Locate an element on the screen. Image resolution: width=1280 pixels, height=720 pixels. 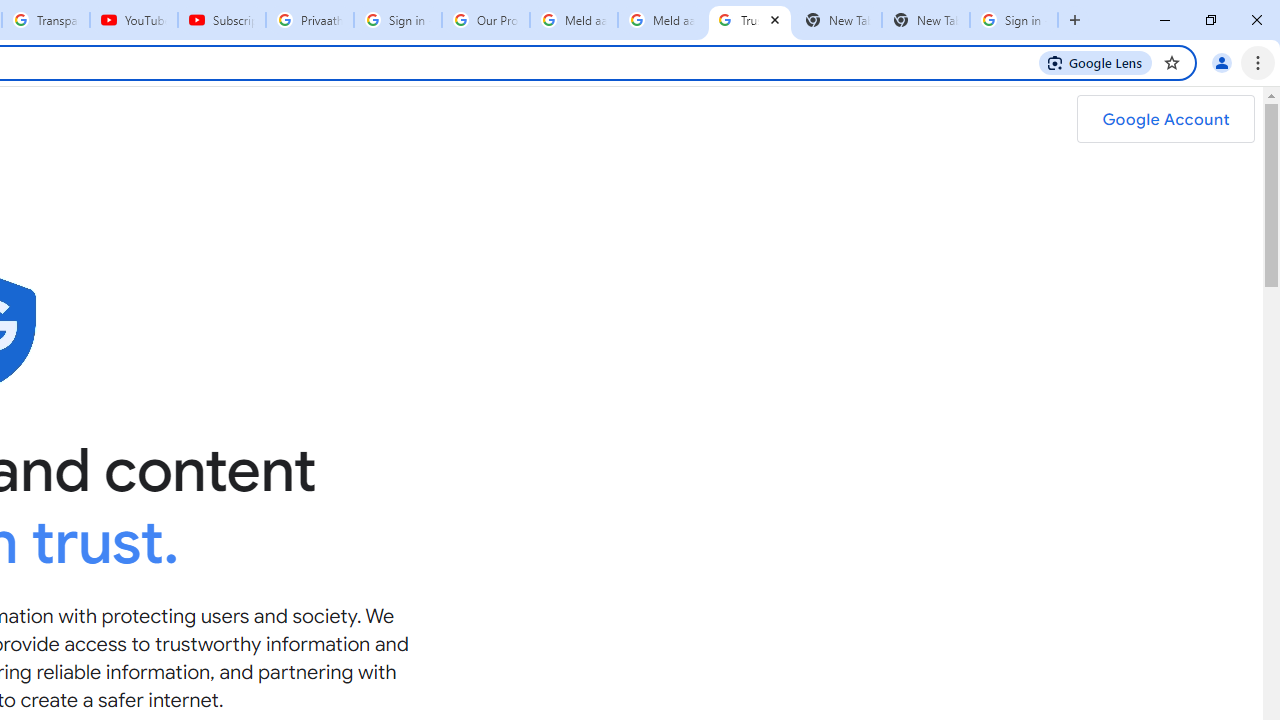
'Search with Google Lens' is located at coordinates (1094, 61).